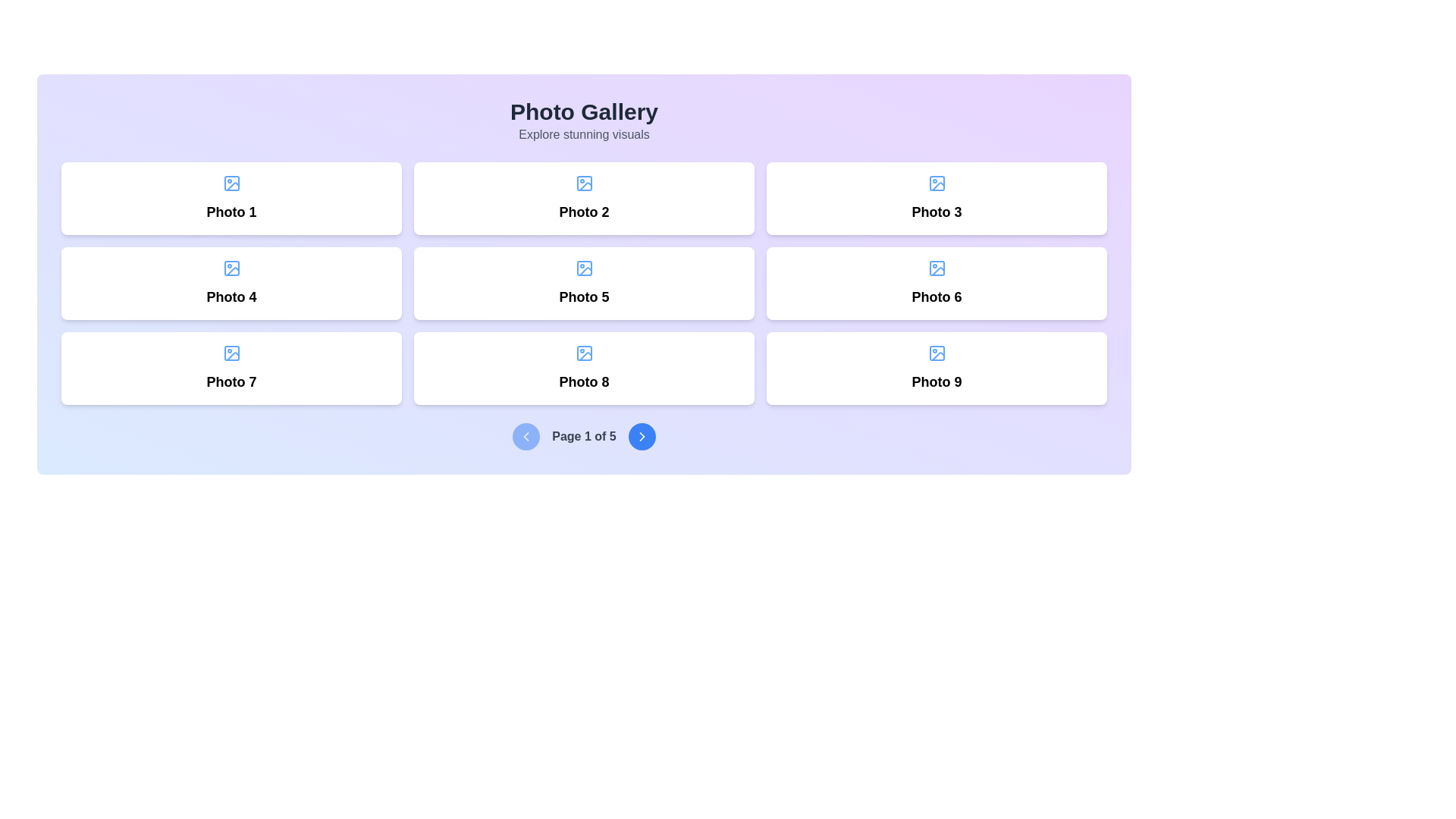 This screenshot has width=1456, height=819. Describe the element at coordinates (583, 353) in the screenshot. I see `the image placeholder icon with a blue outline located in the 'Photo 8' card in the bottom row and middle column of the photo grid` at that location.